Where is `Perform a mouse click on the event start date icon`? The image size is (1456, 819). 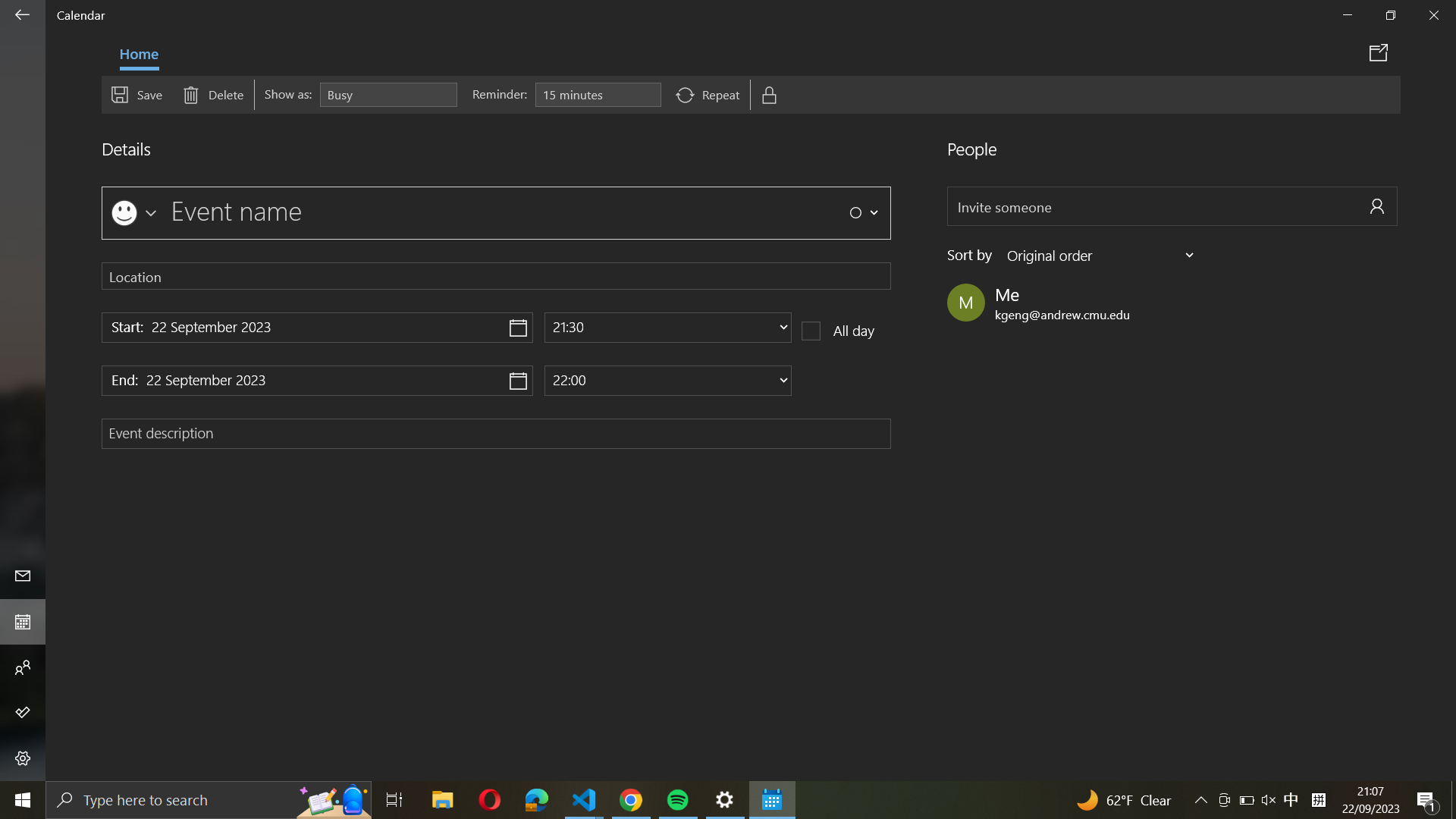
Perform a mouse click on the event start date icon is located at coordinates (316, 327).